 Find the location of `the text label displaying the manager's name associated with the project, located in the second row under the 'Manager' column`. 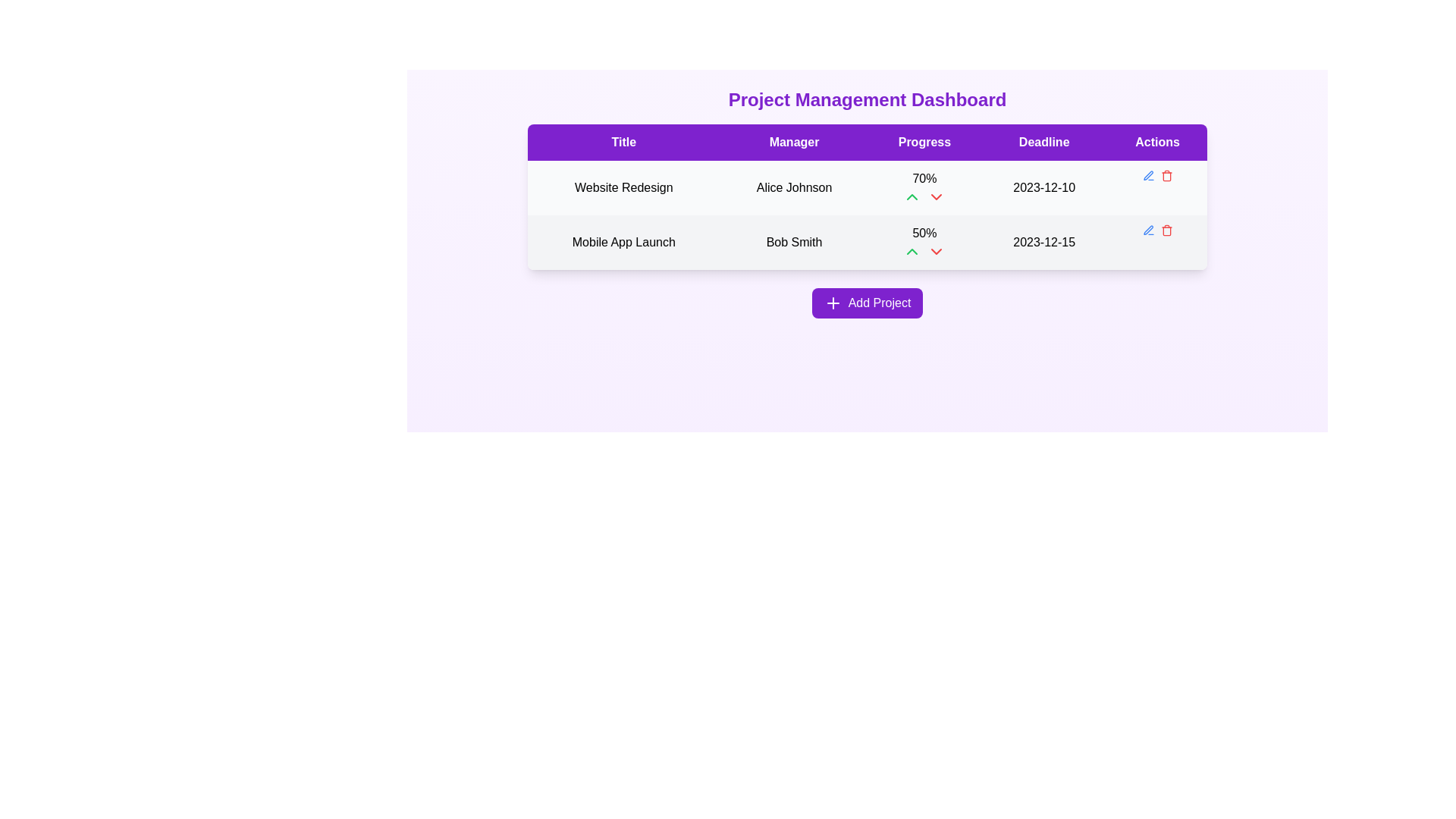

the text label displaying the manager's name associated with the project, located in the second row under the 'Manager' column is located at coordinates (793, 242).